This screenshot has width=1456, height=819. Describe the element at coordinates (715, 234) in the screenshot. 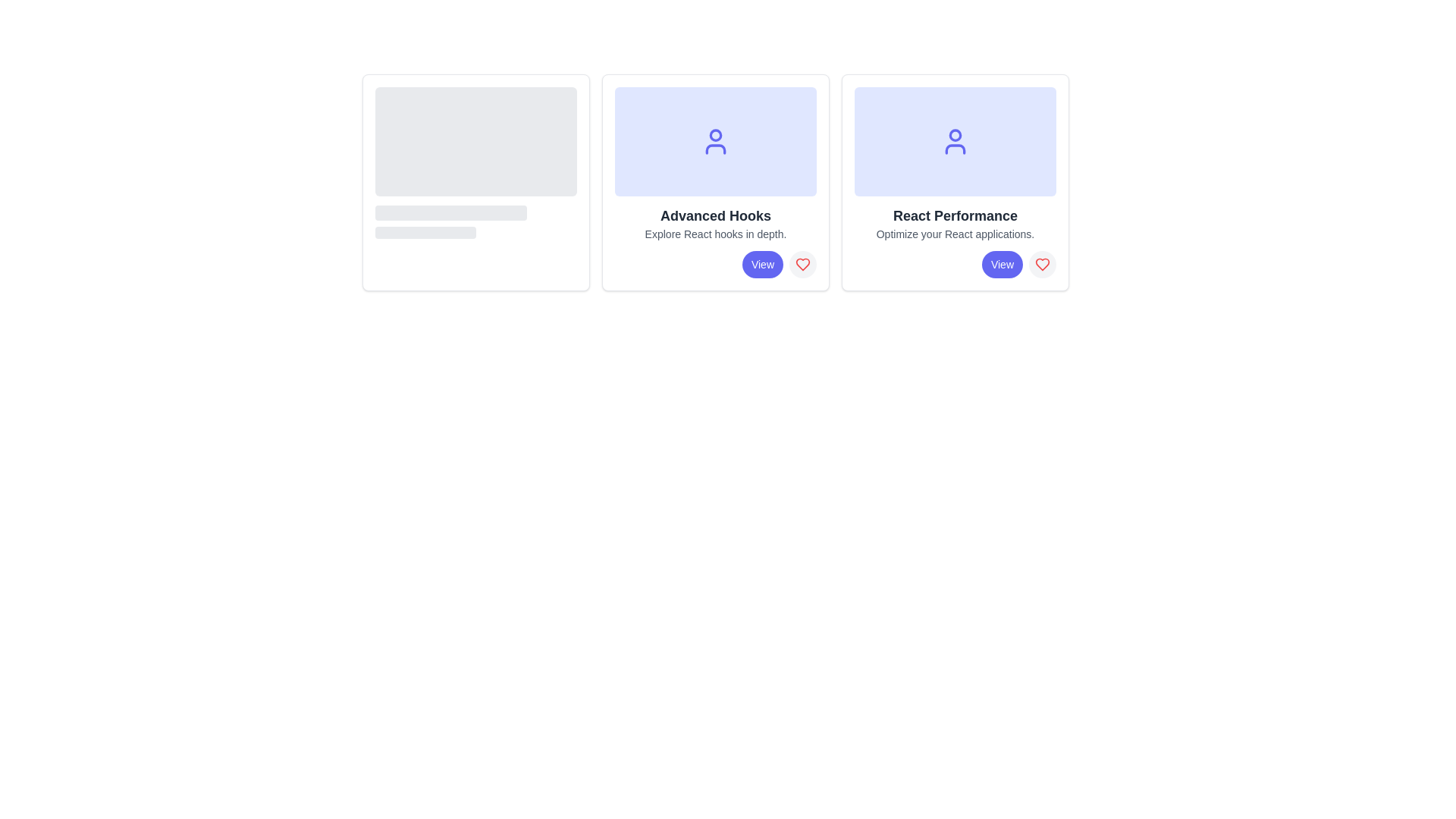

I see `the Text Label providing additional information about 'Advanced Hooks', which is situated below the heading and above the interactive buttons` at that location.